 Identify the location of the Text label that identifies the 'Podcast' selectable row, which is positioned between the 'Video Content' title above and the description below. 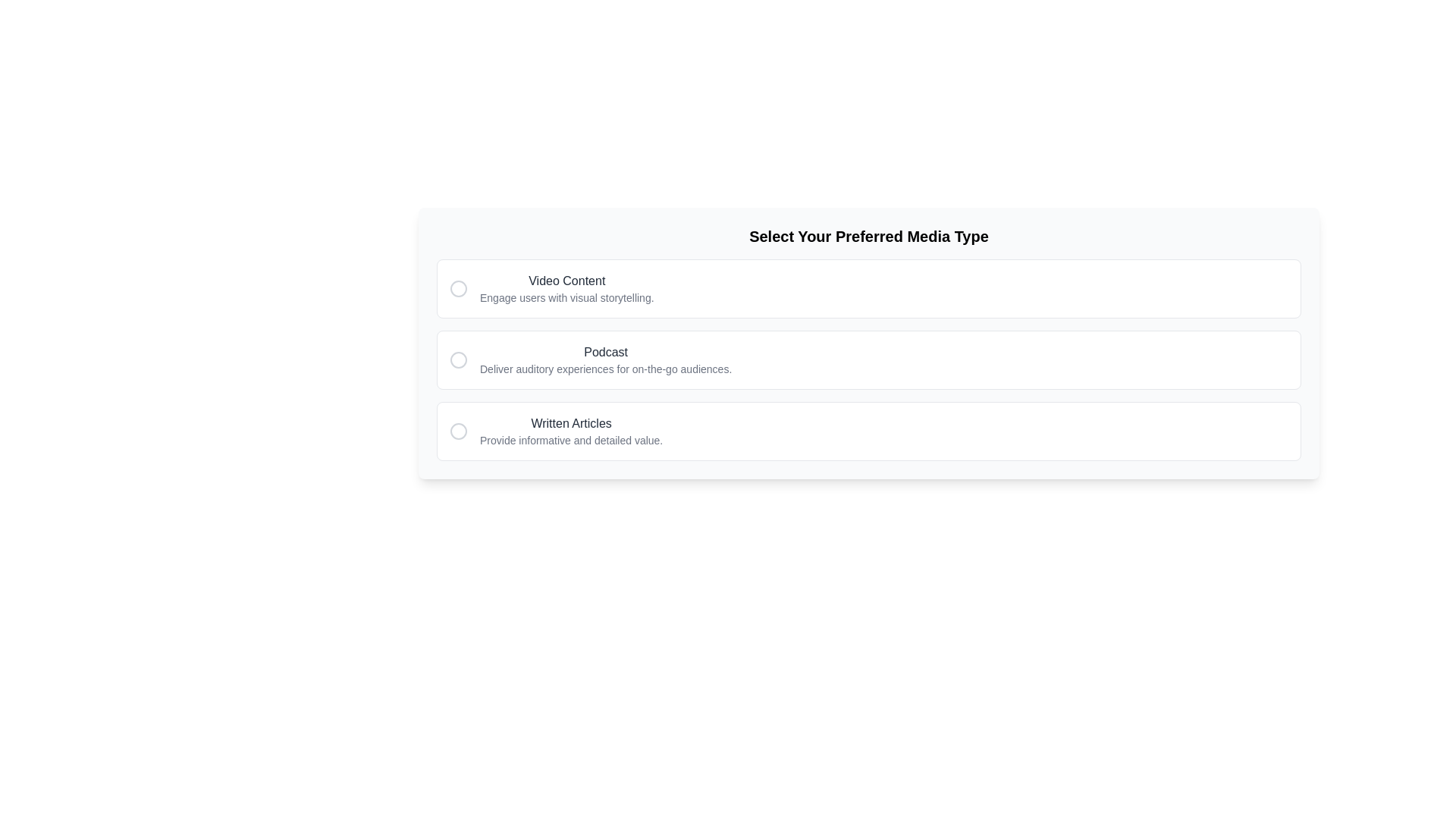
(605, 353).